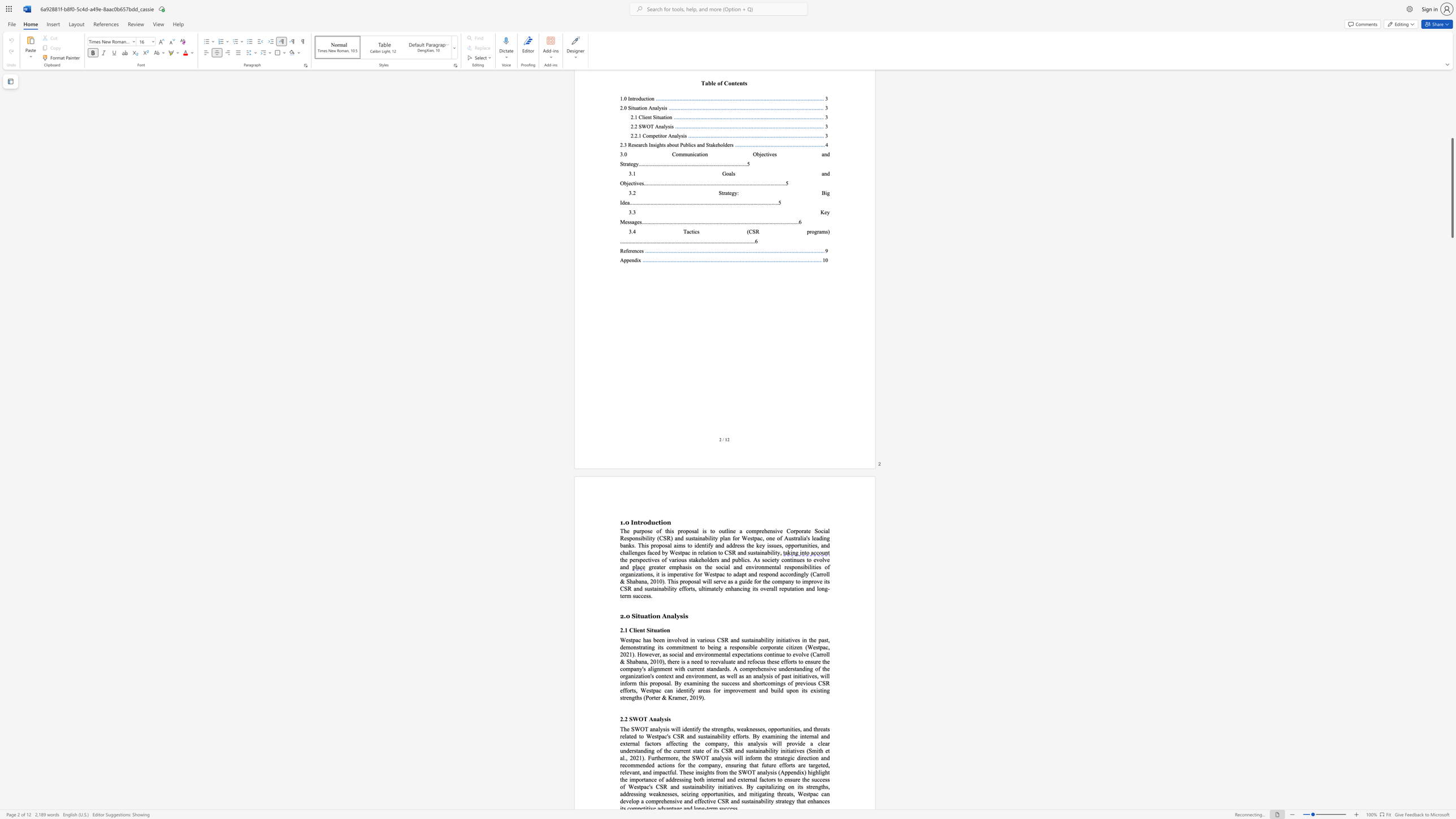 The image size is (1456, 819). Describe the element at coordinates (633, 615) in the screenshot. I see `the 1th character "S" in the text` at that location.